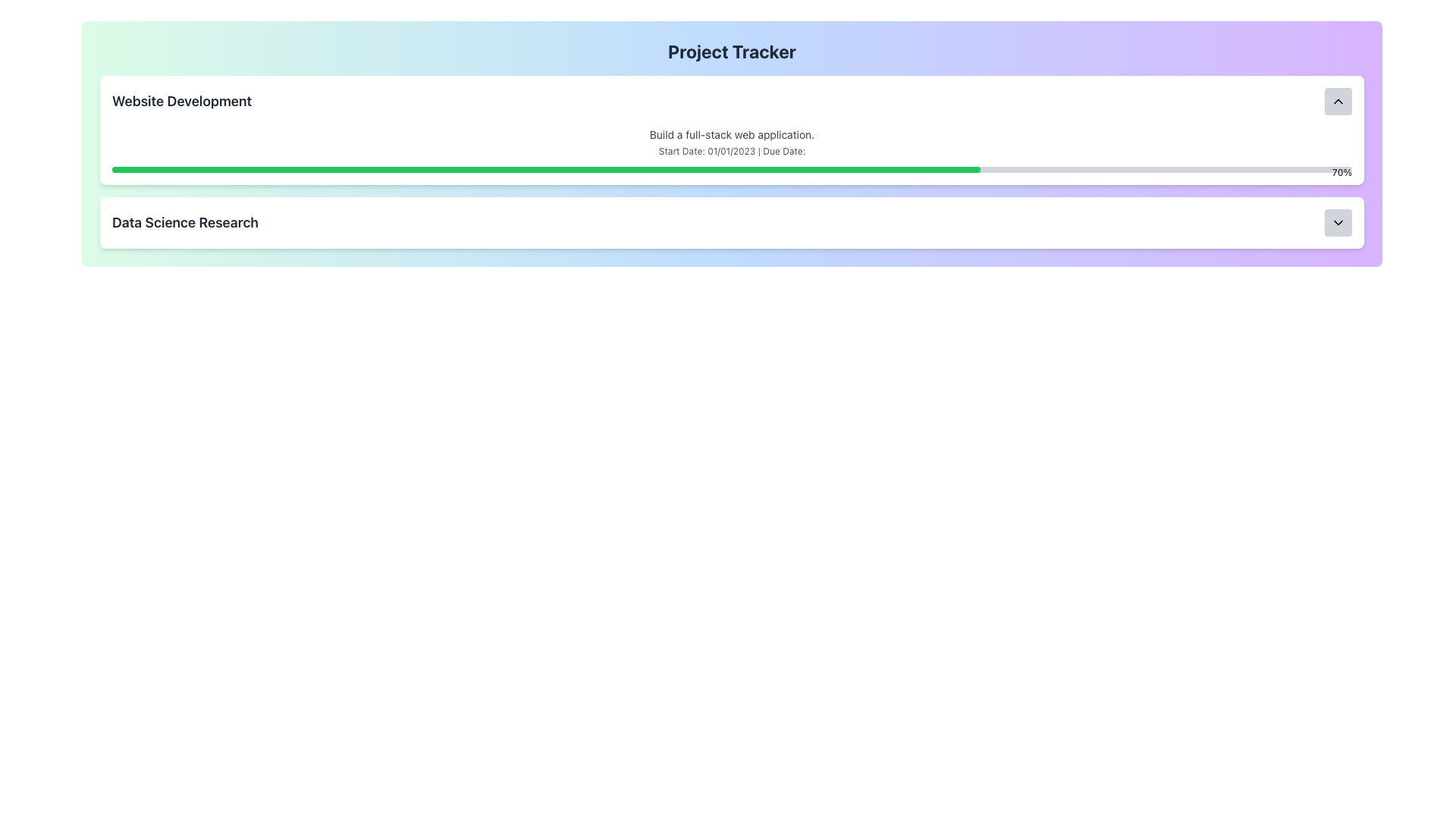 The width and height of the screenshot is (1456, 819). I want to click on the small, square button with a light gray background and rounded corners, located in the bottom-right corner of the 'Data Science Research' box, to trigger hover effects, so click(1338, 222).